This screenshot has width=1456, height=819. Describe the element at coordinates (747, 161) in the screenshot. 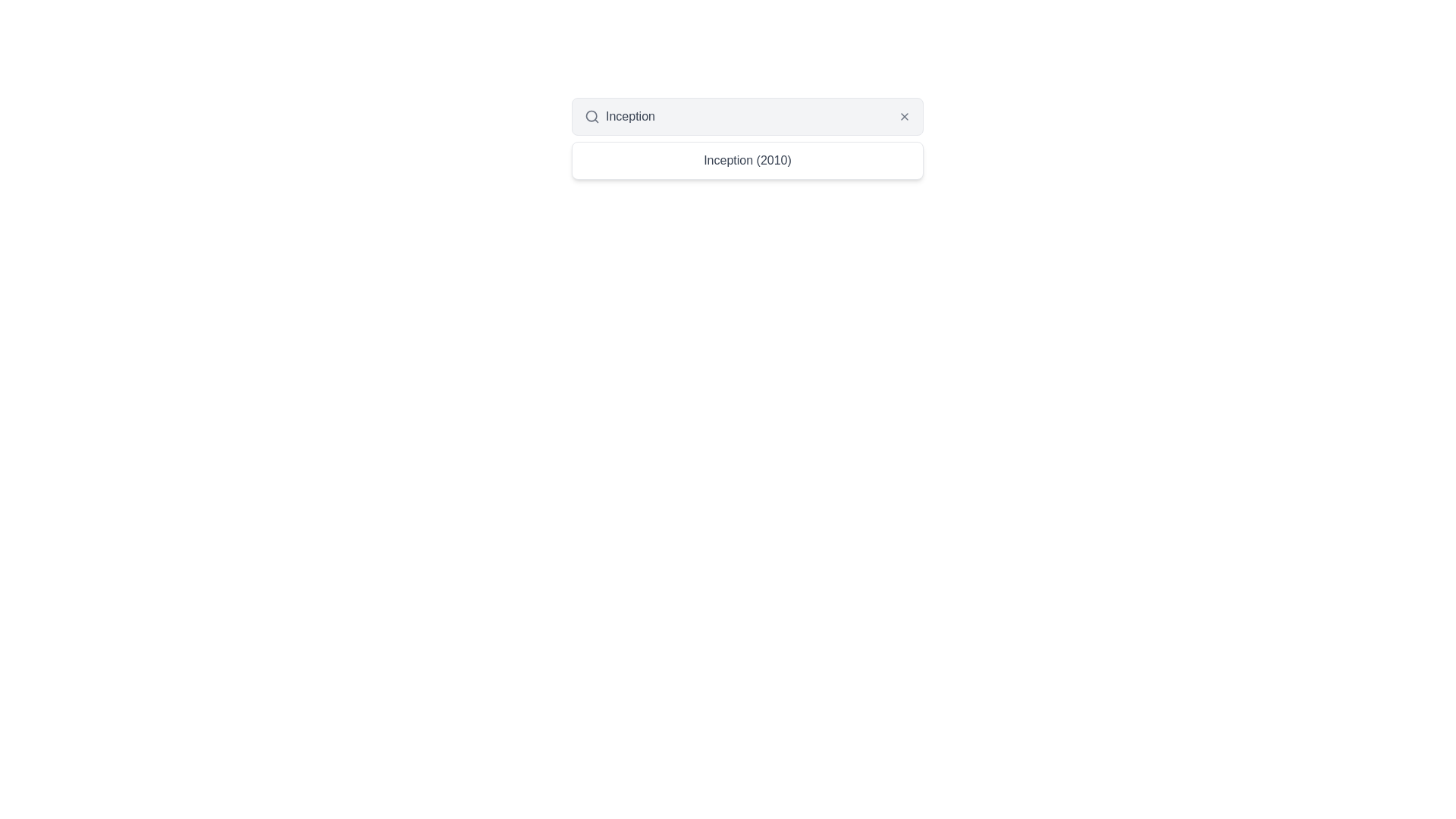

I see `the suggestion or result item displayed in the search dropdown menu, located centrally beneath the search bar` at that location.